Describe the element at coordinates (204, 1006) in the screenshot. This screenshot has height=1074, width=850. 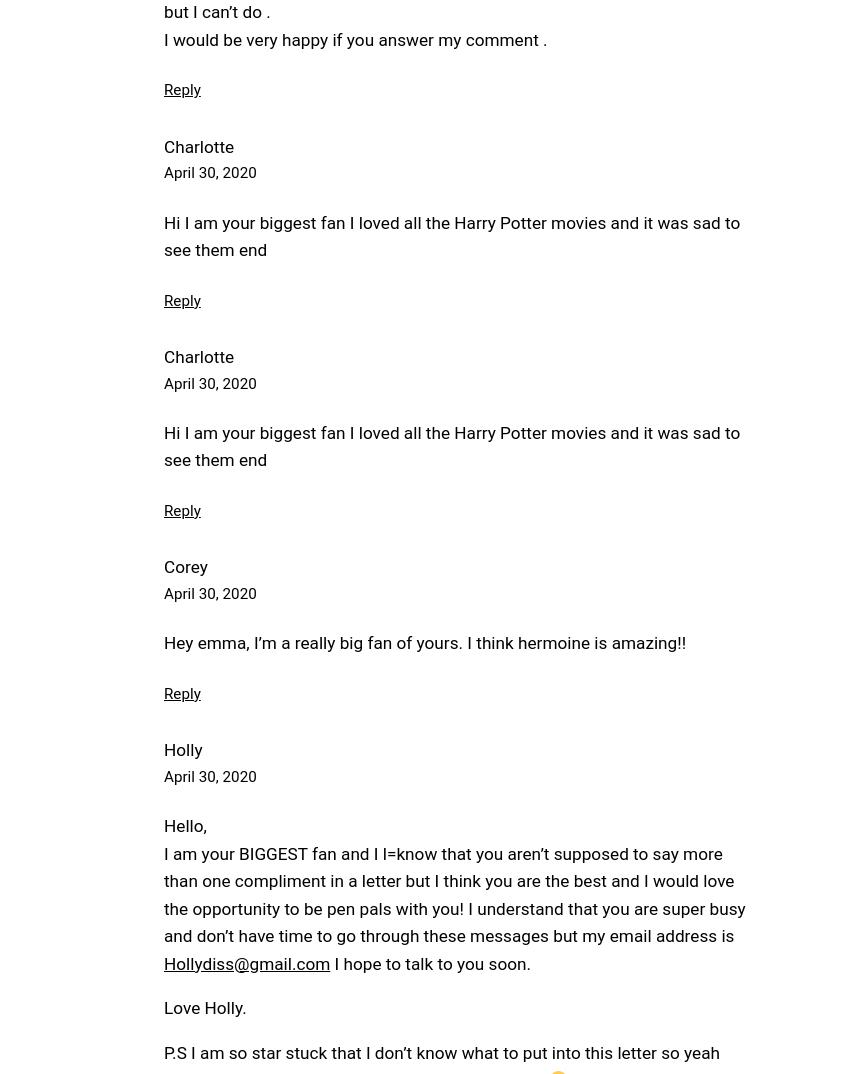
I see `'Love Holly.'` at that location.